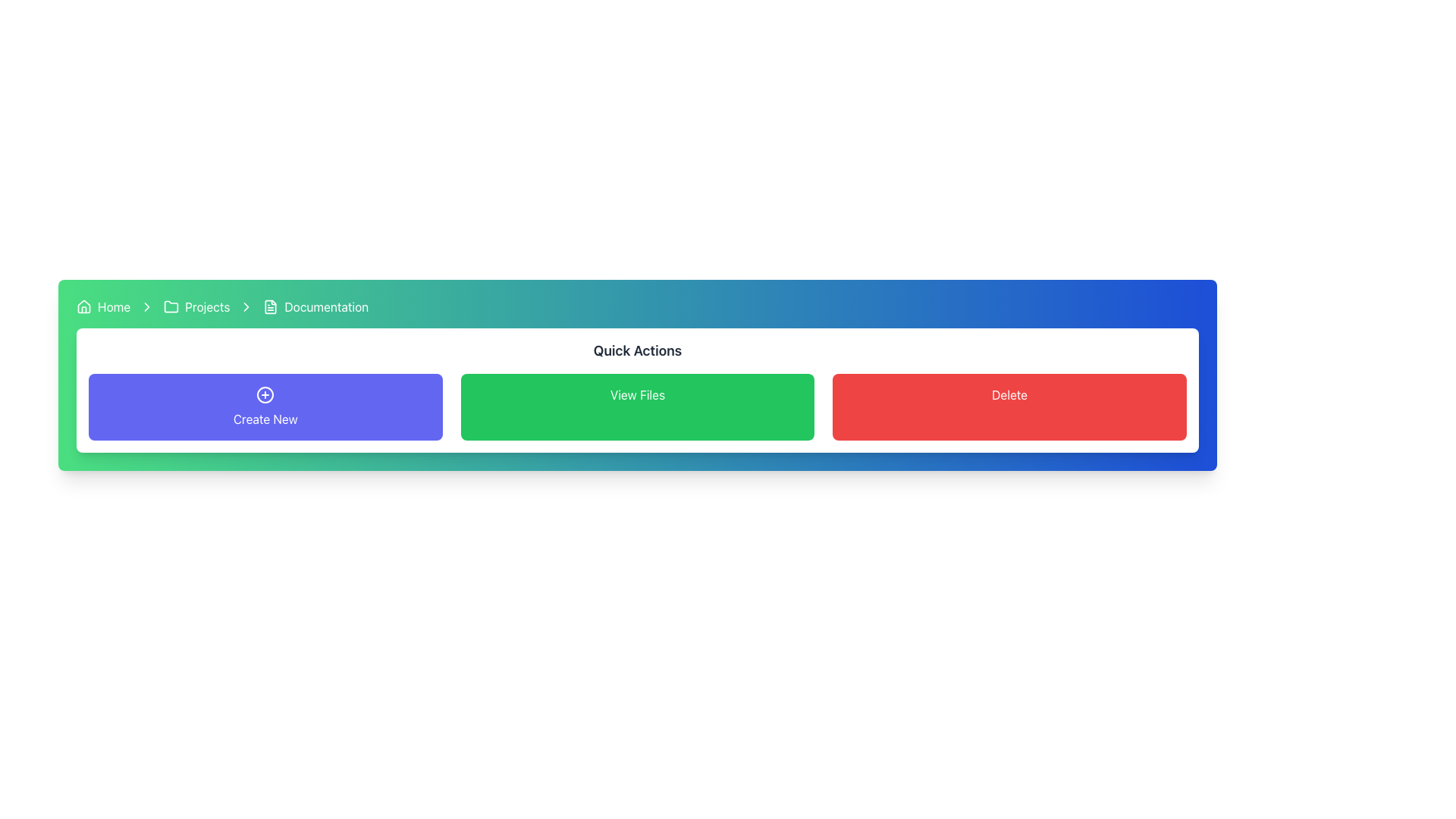 This screenshot has width=1456, height=819. What do you see at coordinates (113, 307) in the screenshot?
I see `the 'Home' text label located in the navigation bar` at bounding box center [113, 307].